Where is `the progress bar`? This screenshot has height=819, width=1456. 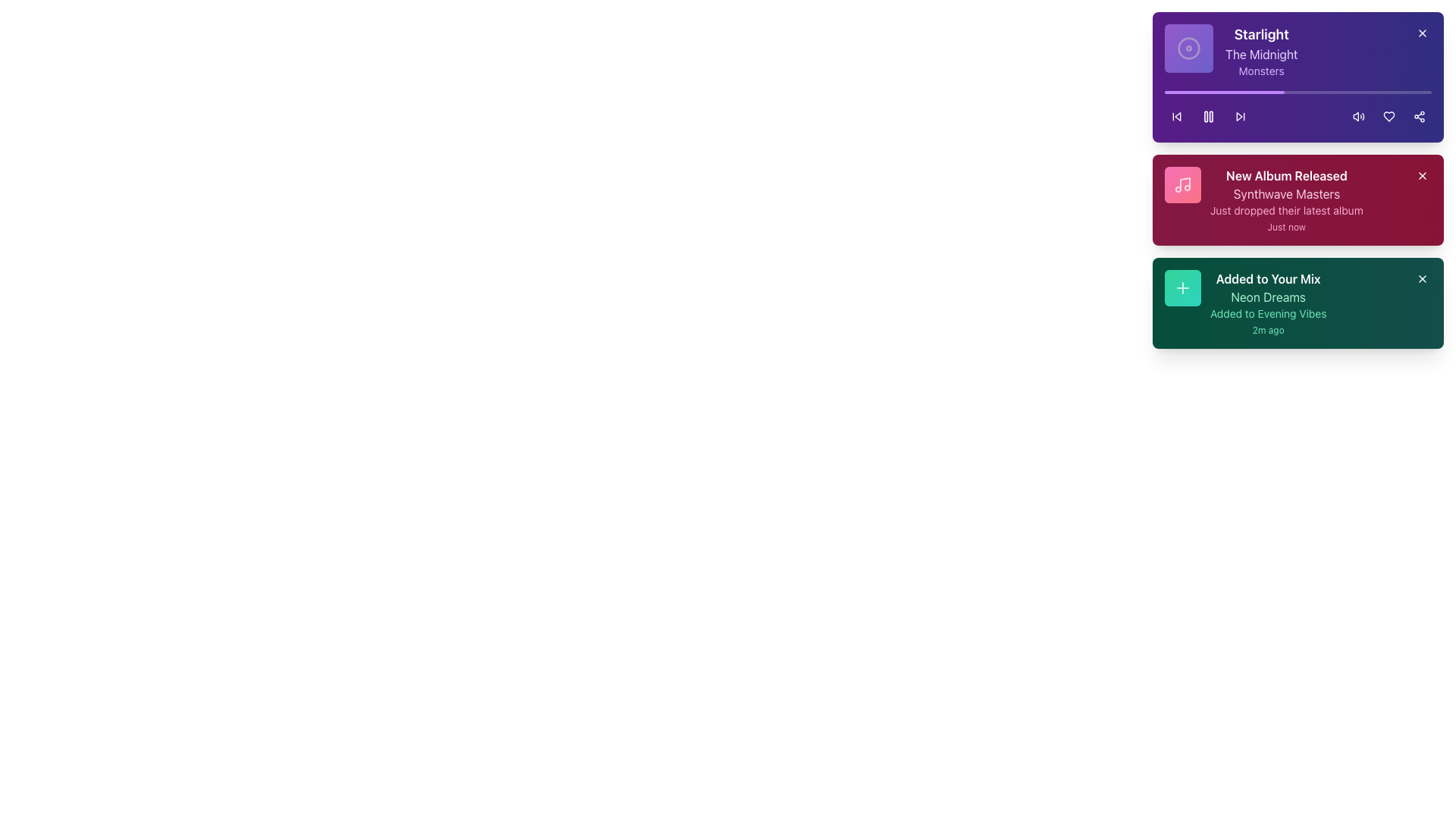 the progress bar is located at coordinates (1271, 93).